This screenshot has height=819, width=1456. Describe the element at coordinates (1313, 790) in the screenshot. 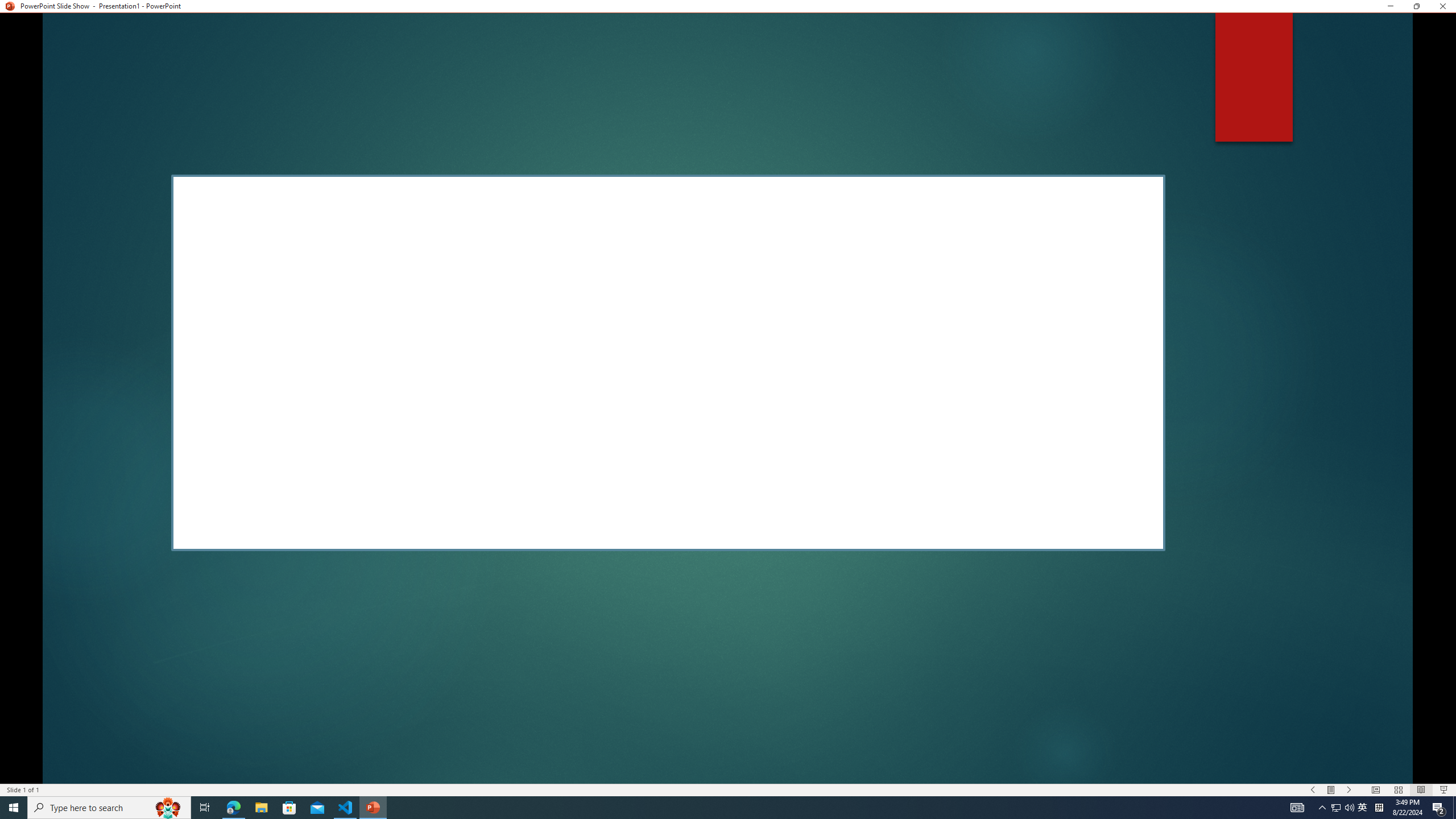

I see `'Slide Show Previous On'` at that location.